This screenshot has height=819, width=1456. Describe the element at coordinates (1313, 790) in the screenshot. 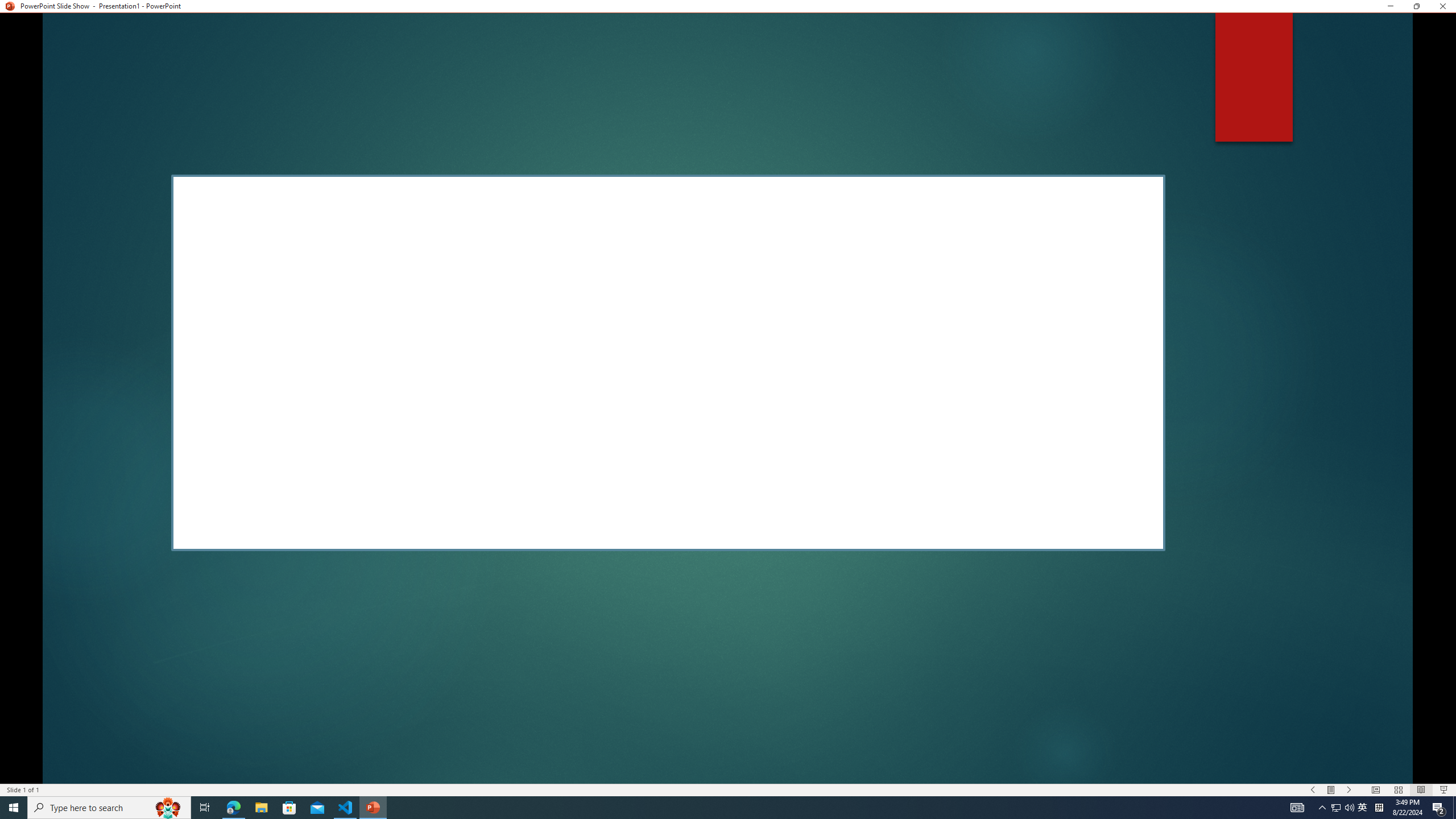

I see `'Slide Show Previous On'` at that location.